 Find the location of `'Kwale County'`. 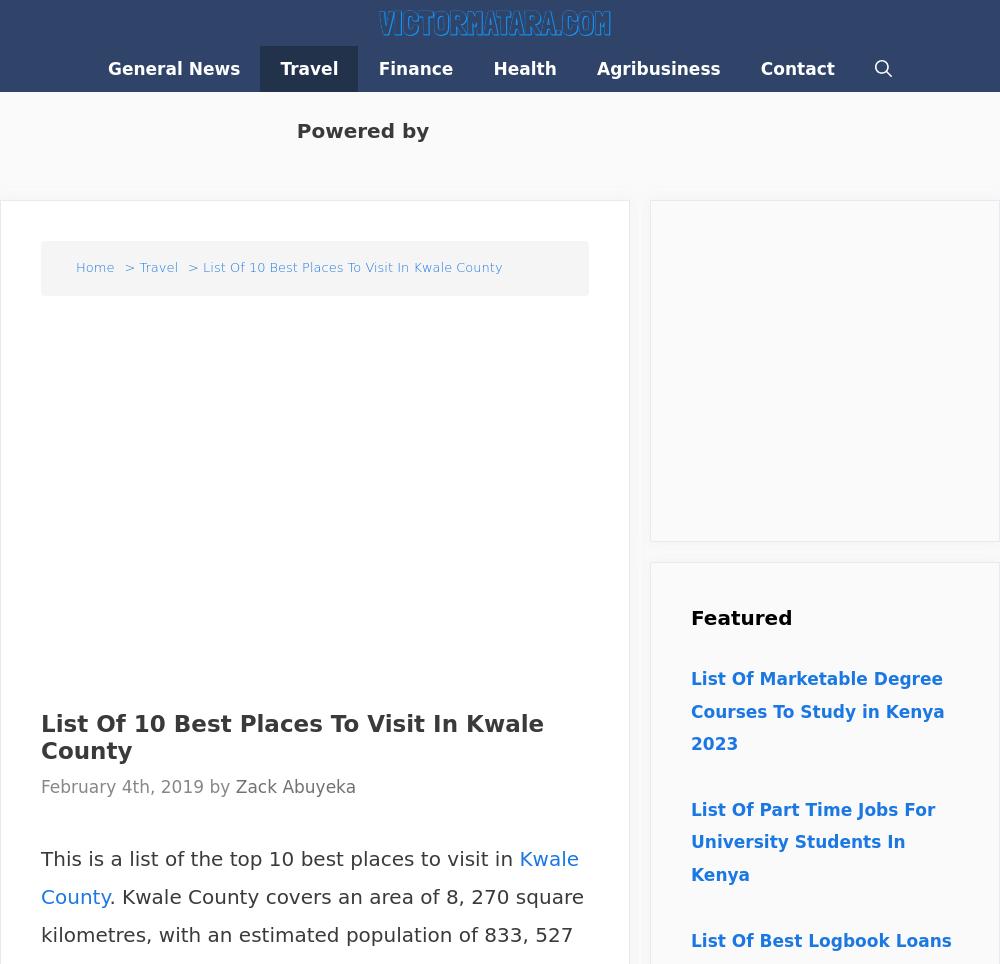

'Kwale County' is located at coordinates (310, 878).